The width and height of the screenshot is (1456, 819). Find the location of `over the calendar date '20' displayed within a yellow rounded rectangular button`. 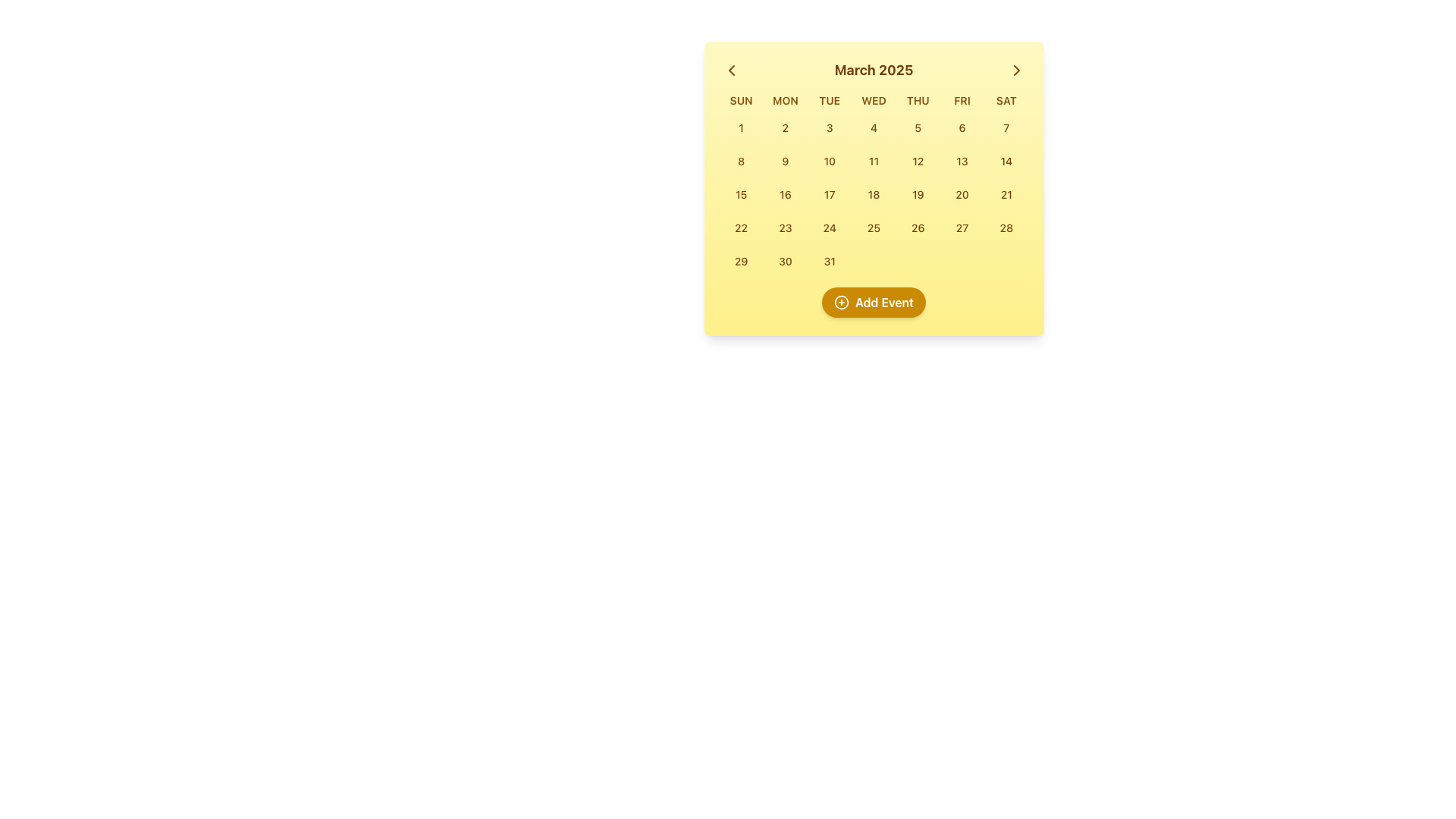

over the calendar date '20' displayed within a yellow rounded rectangular button is located at coordinates (962, 193).